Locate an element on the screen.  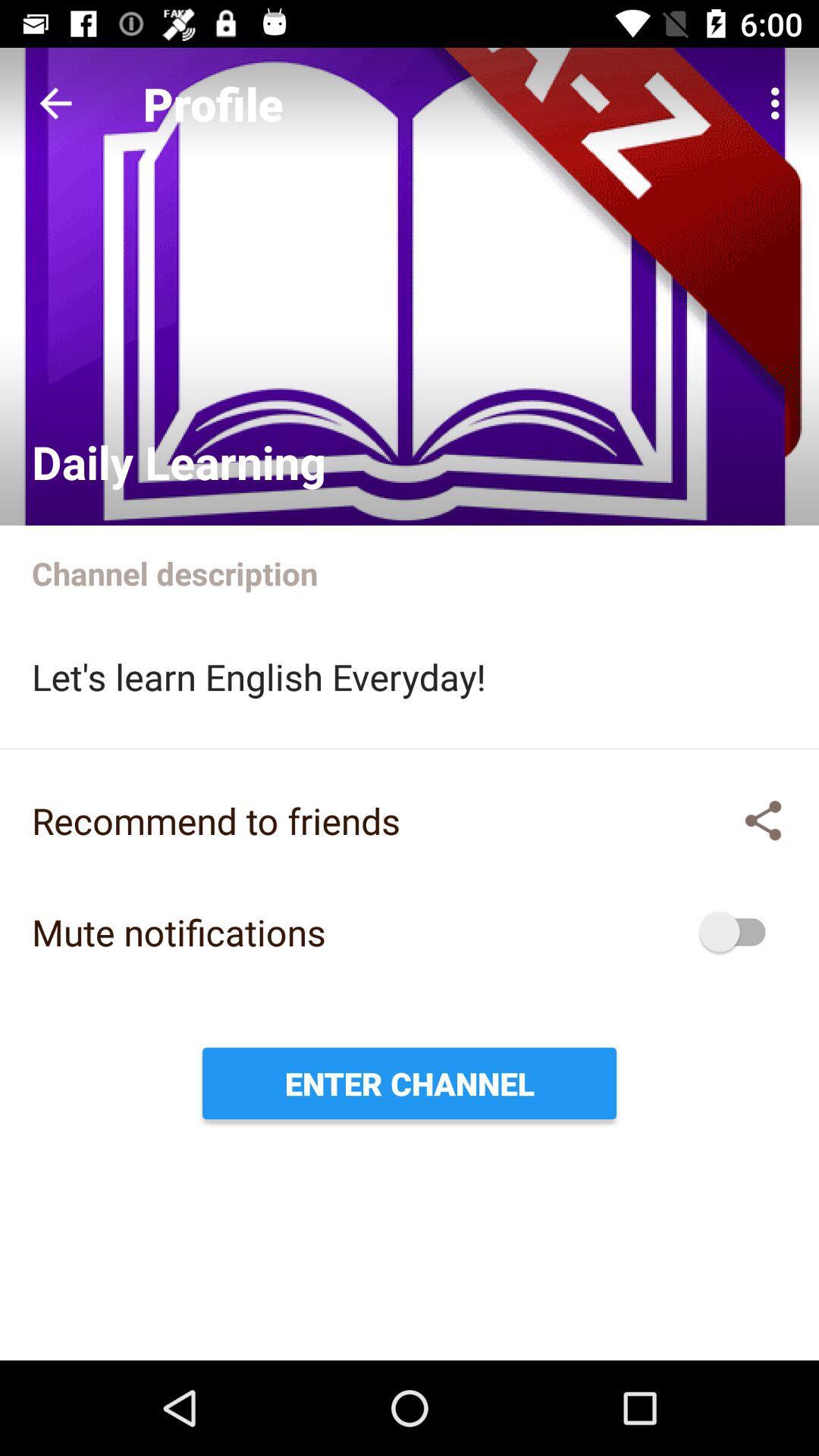
icon next to profile is located at coordinates (55, 102).